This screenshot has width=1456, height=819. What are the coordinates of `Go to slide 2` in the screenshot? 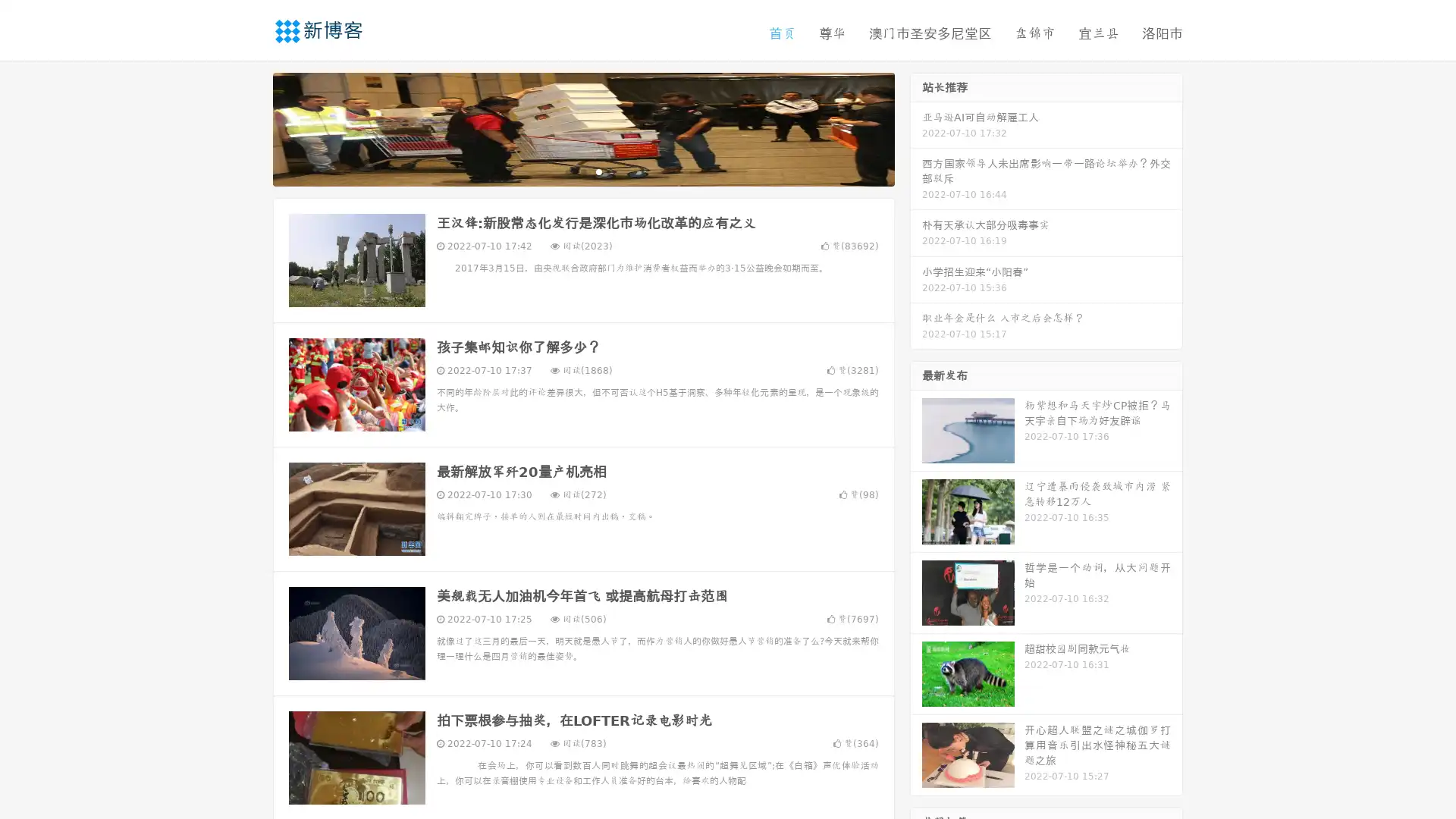 It's located at (582, 171).